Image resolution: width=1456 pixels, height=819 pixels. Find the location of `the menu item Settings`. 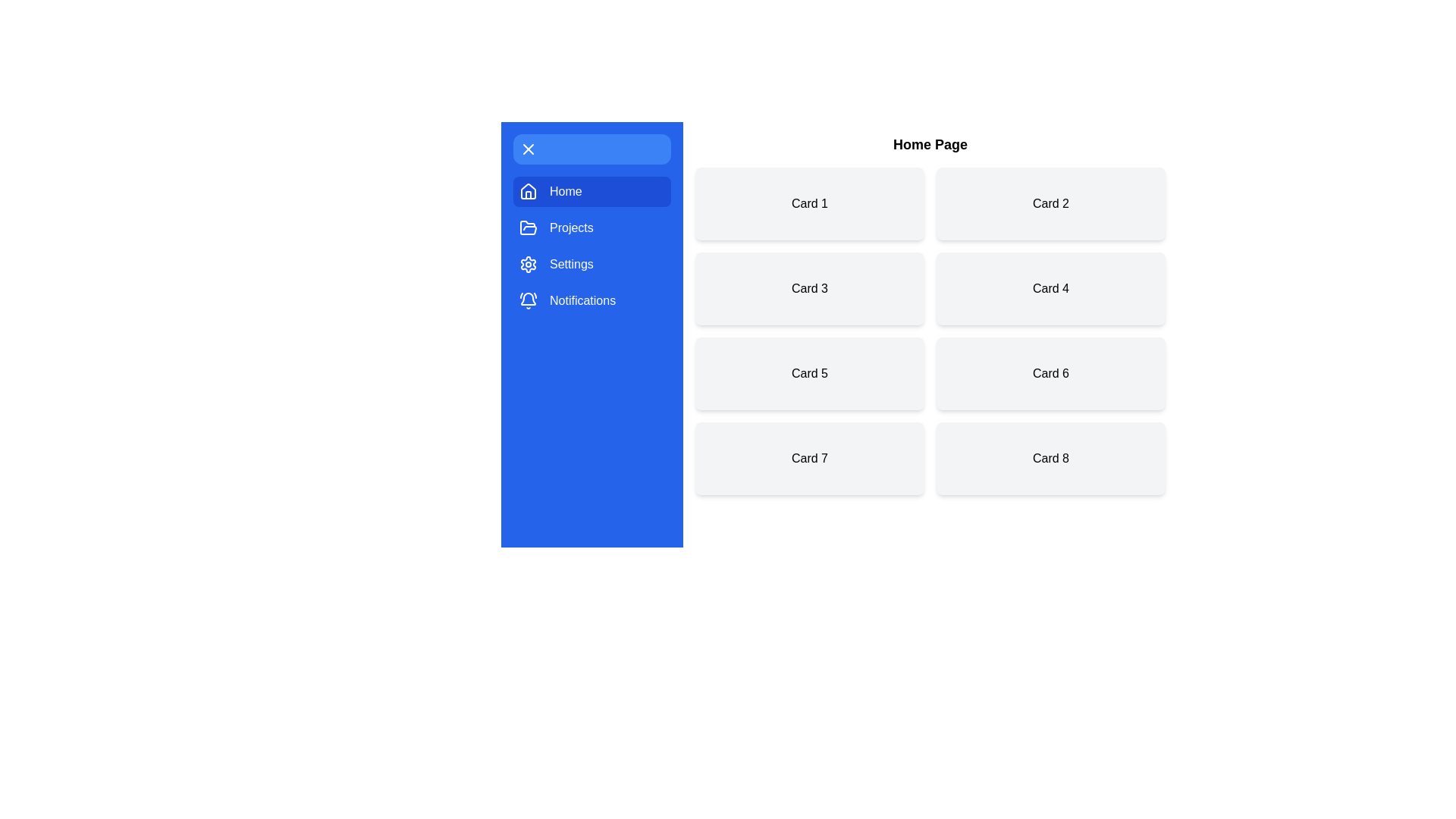

the menu item Settings is located at coordinates (591, 263).